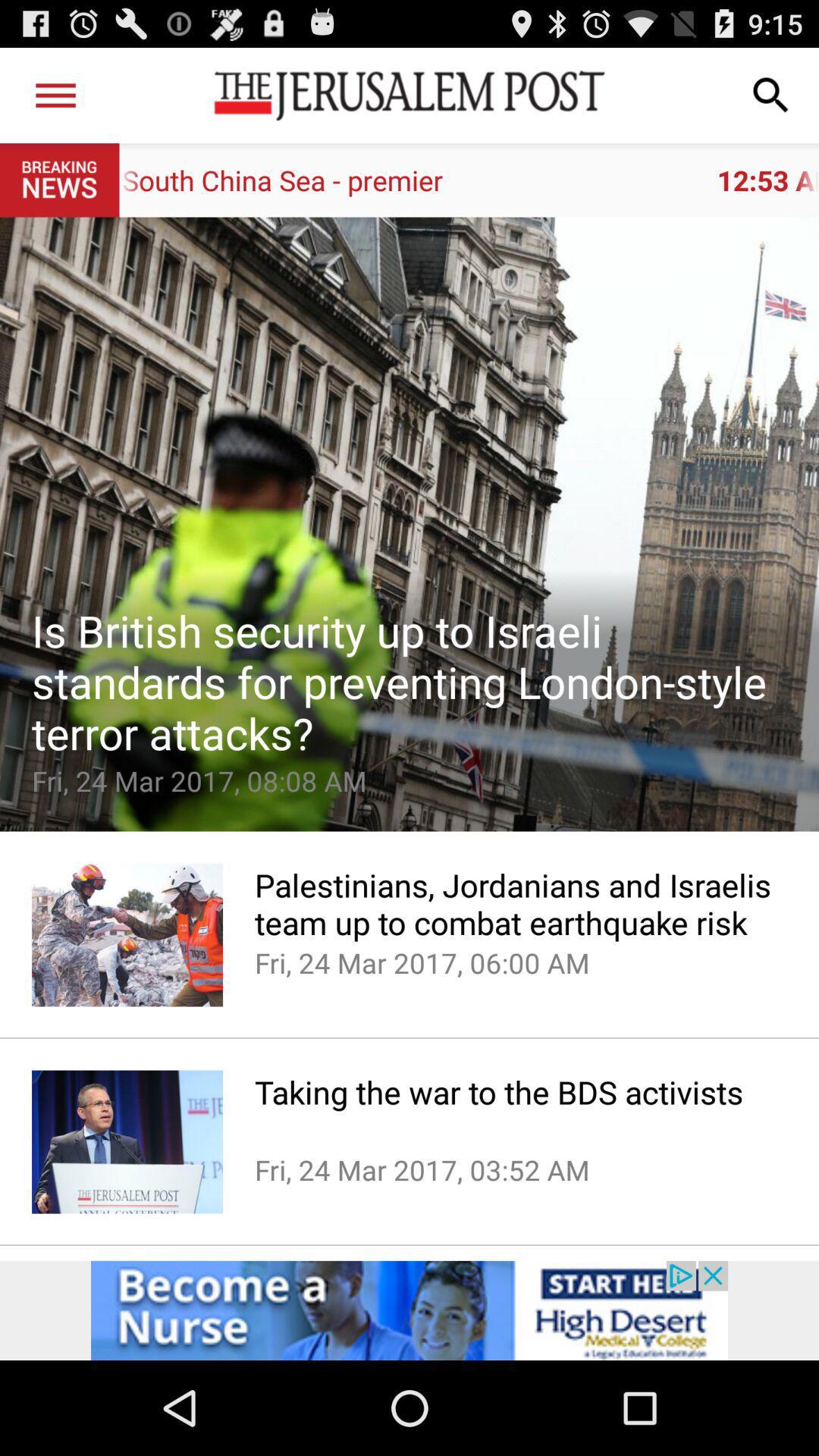 Image resolution: width=819 pixels, height=1456 pixels. I want to click on it gives more link menu and sub menus, so click(55, 94).